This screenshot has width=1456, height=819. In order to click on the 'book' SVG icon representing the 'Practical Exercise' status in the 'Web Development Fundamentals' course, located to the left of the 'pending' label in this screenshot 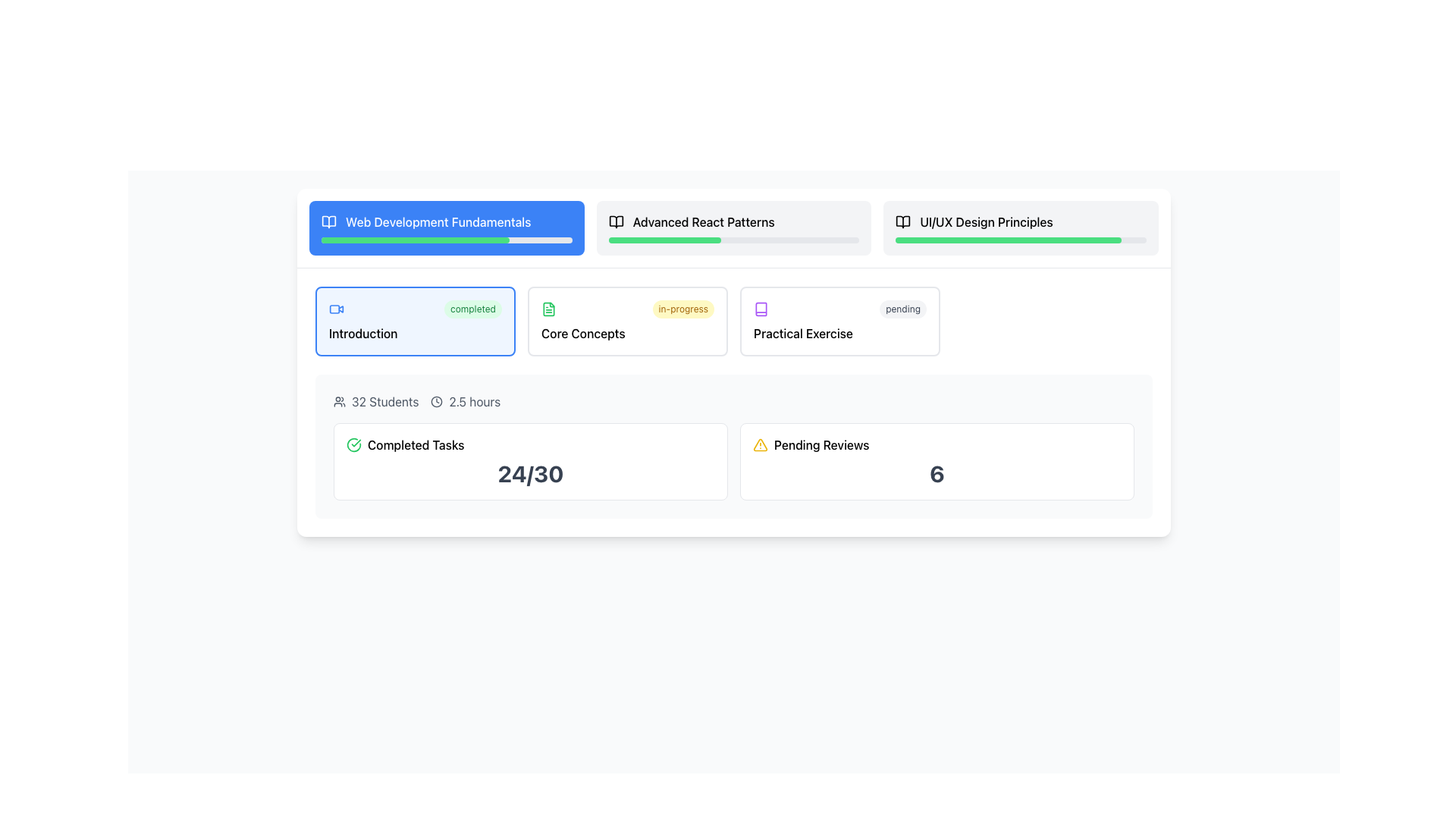, I will do `click(761, 309)`.